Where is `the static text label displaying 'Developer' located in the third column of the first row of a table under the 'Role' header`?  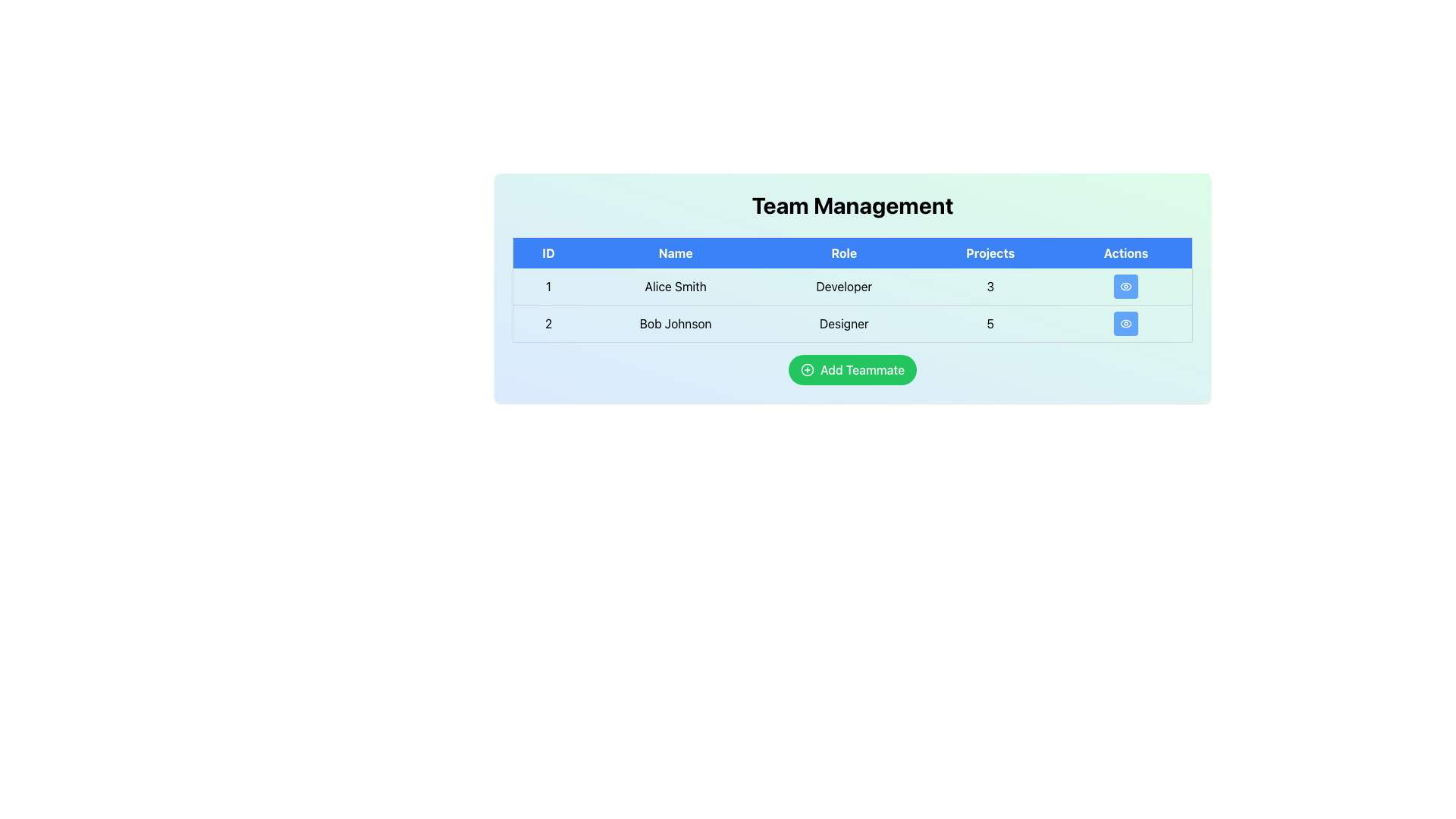
the static text label displaying 'Developer' located in the third column of the first row of a table under the 'Role' header is located at coordinates (843, 287).